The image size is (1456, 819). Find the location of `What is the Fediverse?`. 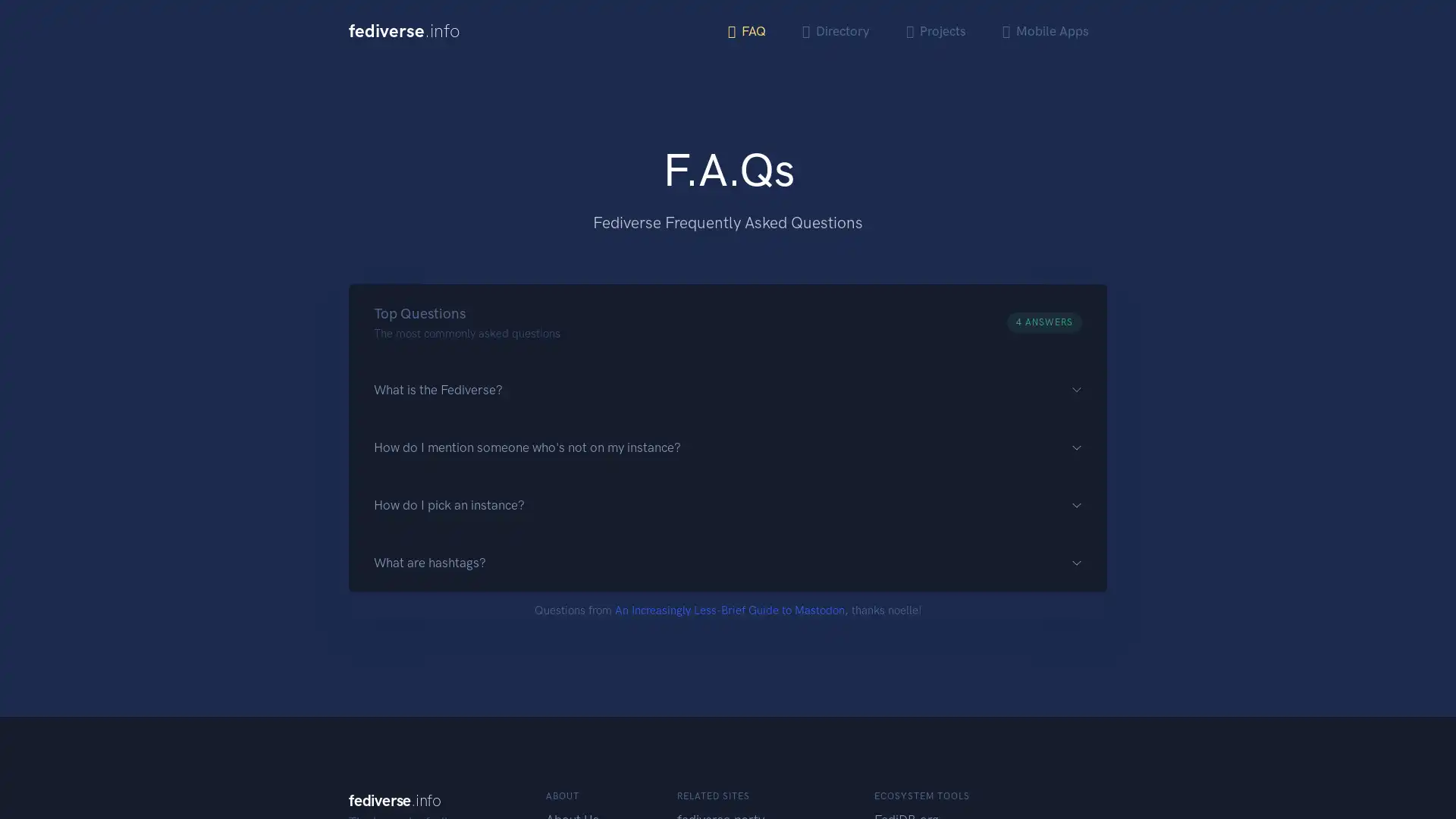

What is the Fediverse? is located at coordinates (728, 388).